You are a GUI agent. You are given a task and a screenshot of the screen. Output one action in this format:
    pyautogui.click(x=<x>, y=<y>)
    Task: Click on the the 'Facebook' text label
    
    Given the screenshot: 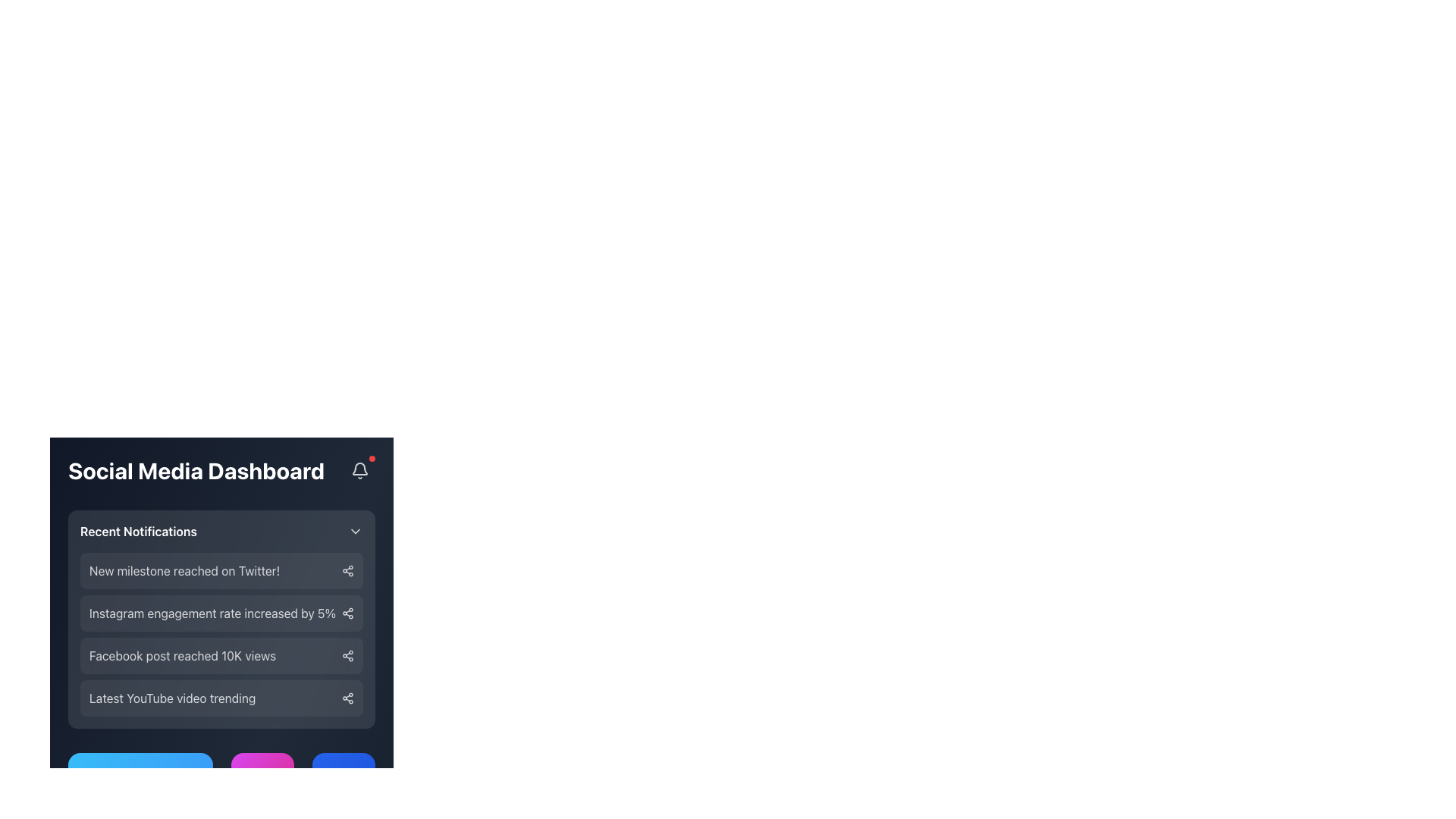 What is the action you would take?
    pyautogui.click(x=343, y=783)
    